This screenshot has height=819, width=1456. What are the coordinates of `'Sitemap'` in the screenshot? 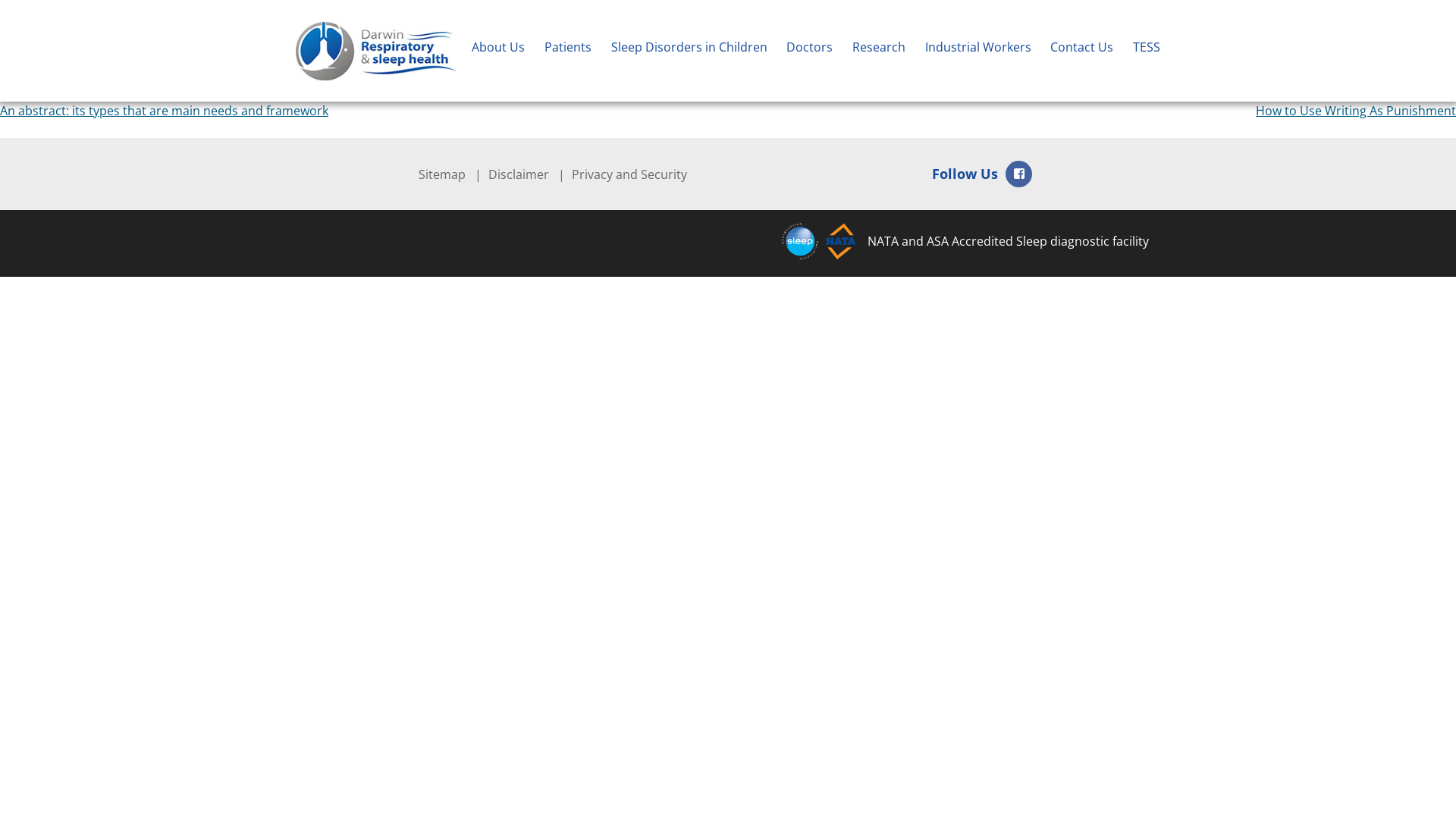 It's located at (419, 172).